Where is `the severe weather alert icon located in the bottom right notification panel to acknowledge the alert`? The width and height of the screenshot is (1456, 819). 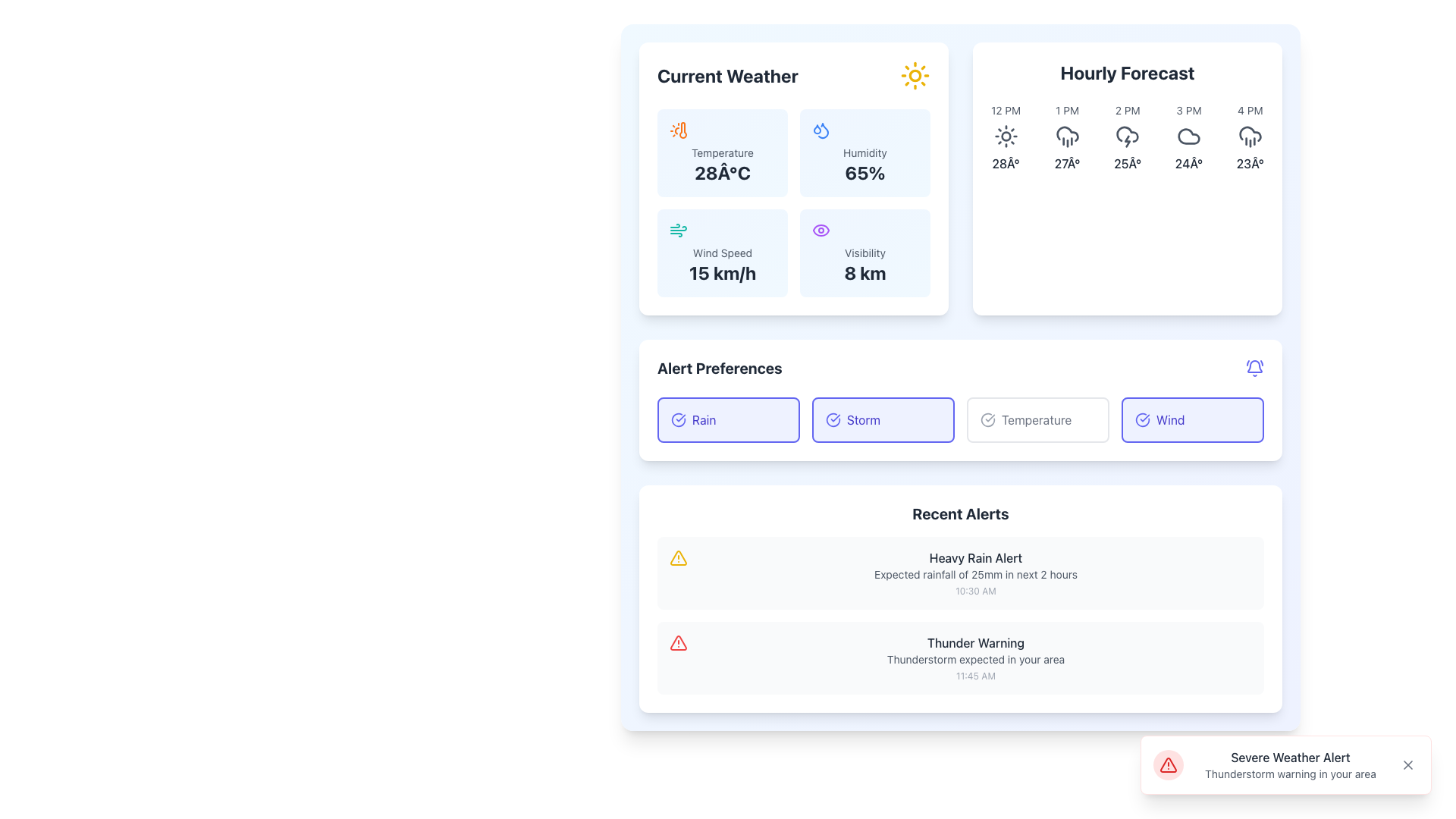
the severe weather alert icon located in the bottom right notification panel to acknowledge the alert is located at coordinates (1167, 765).